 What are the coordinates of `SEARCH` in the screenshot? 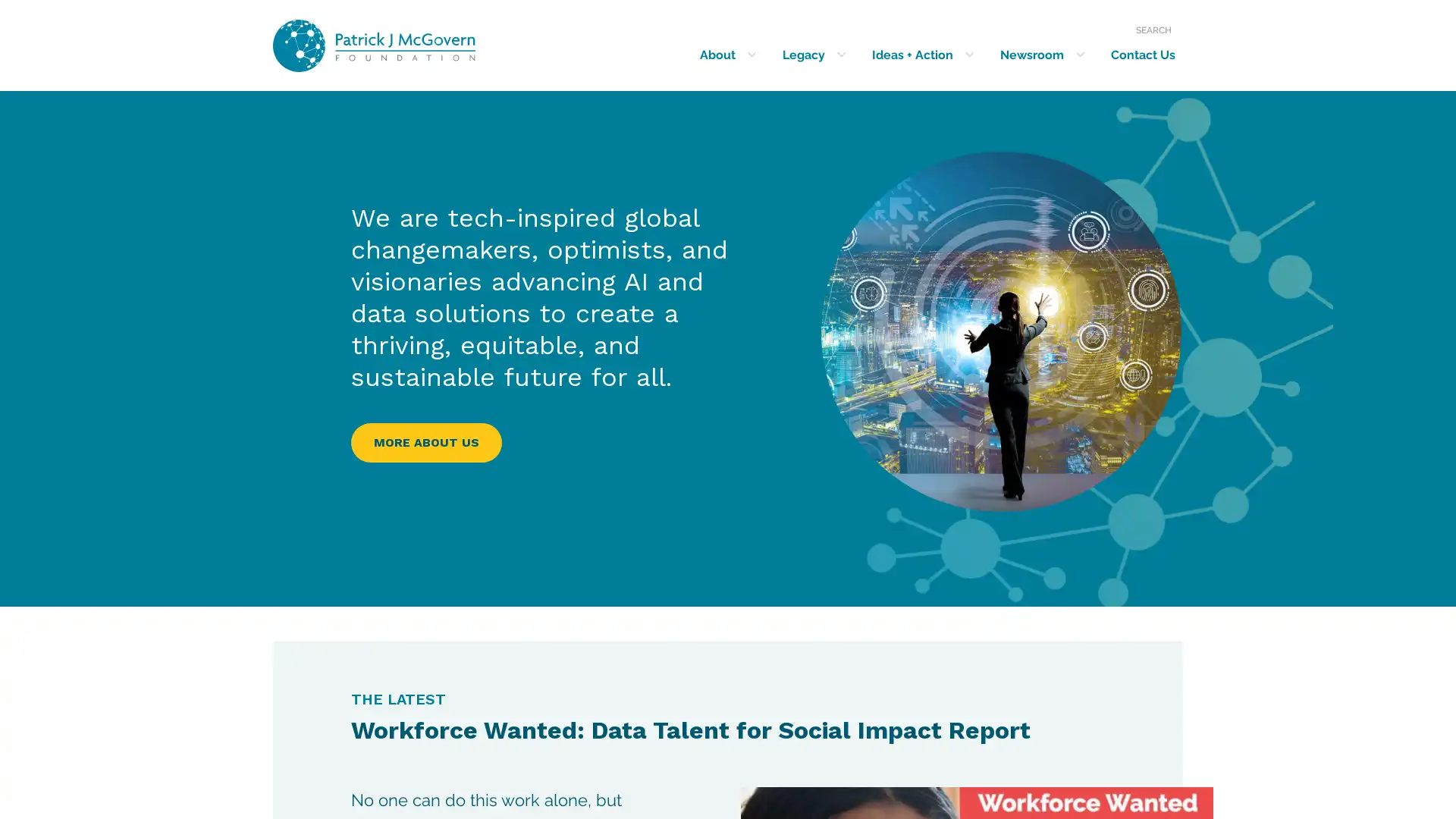 It's located at (1153, 30).